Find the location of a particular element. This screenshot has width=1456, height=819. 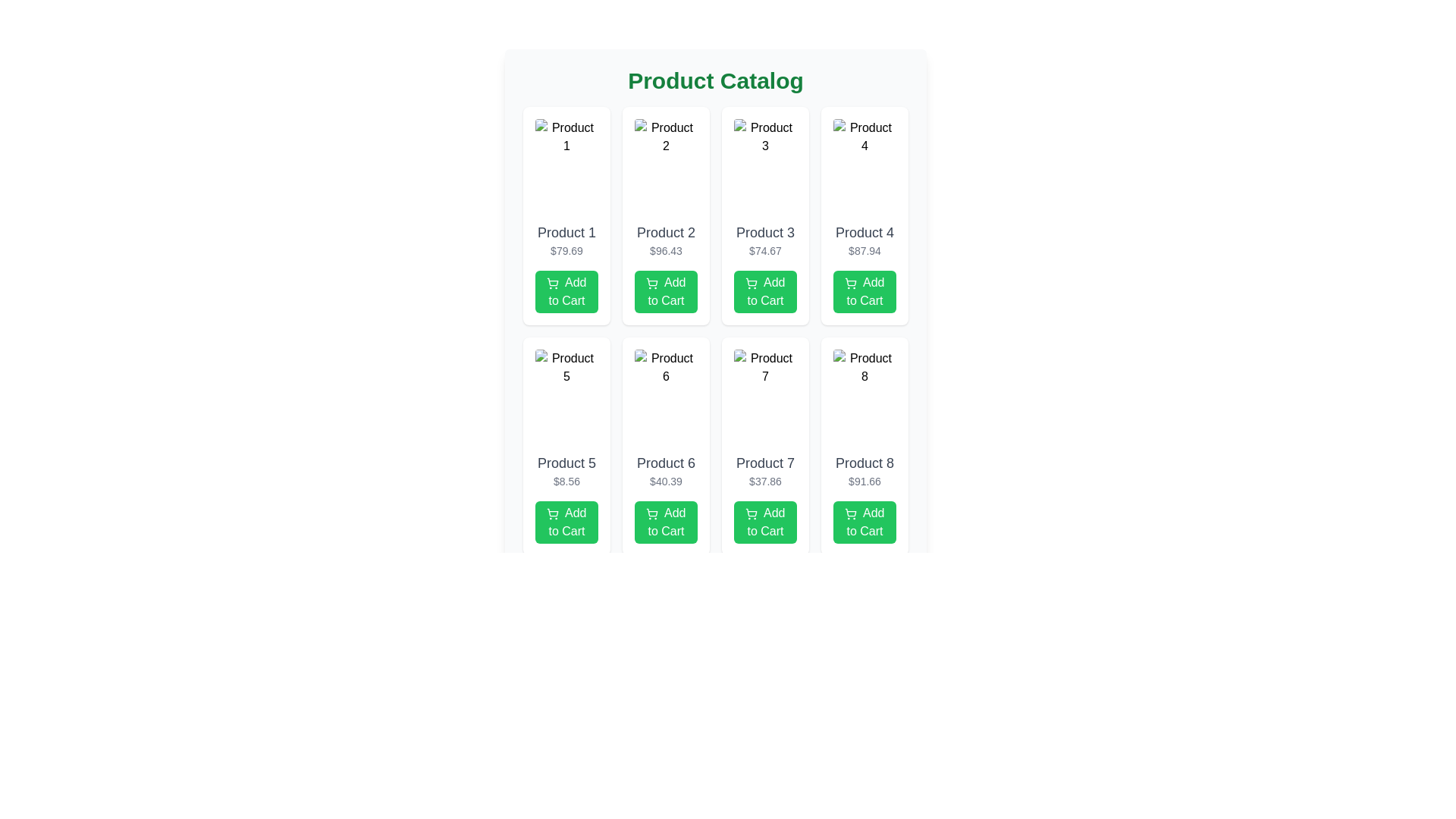

the text label displaying the price '$8.56' for 'Product 5', which is located between the product name and the 'Add to Cart' button is located at coordinates (566, 482).